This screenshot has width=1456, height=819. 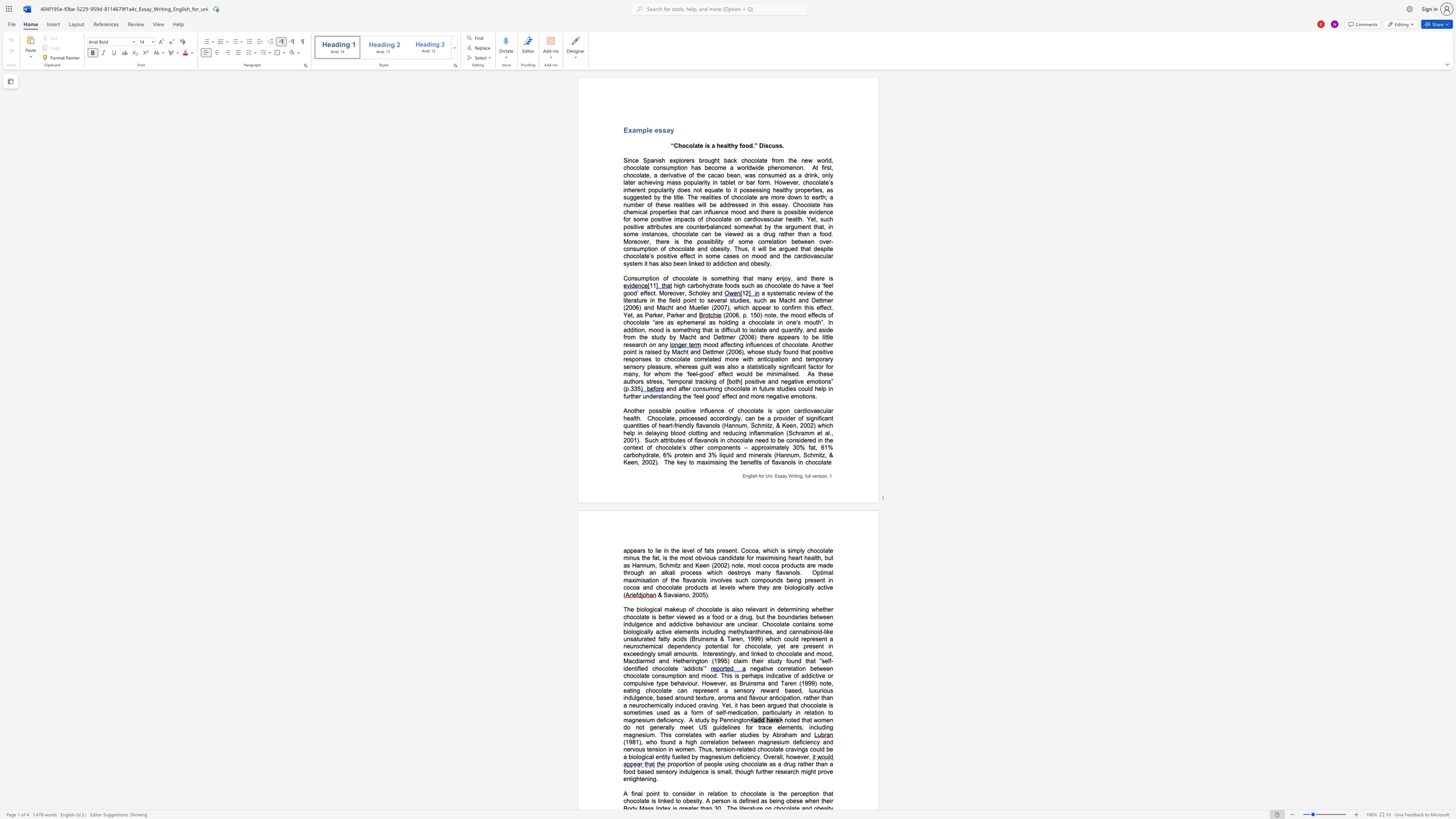 What do you see at coordinates (706, 720) in the screenshot?
I see `the subset text "y by Penn" within the text "A study by Pennington"` at bounding box center [706, 720].